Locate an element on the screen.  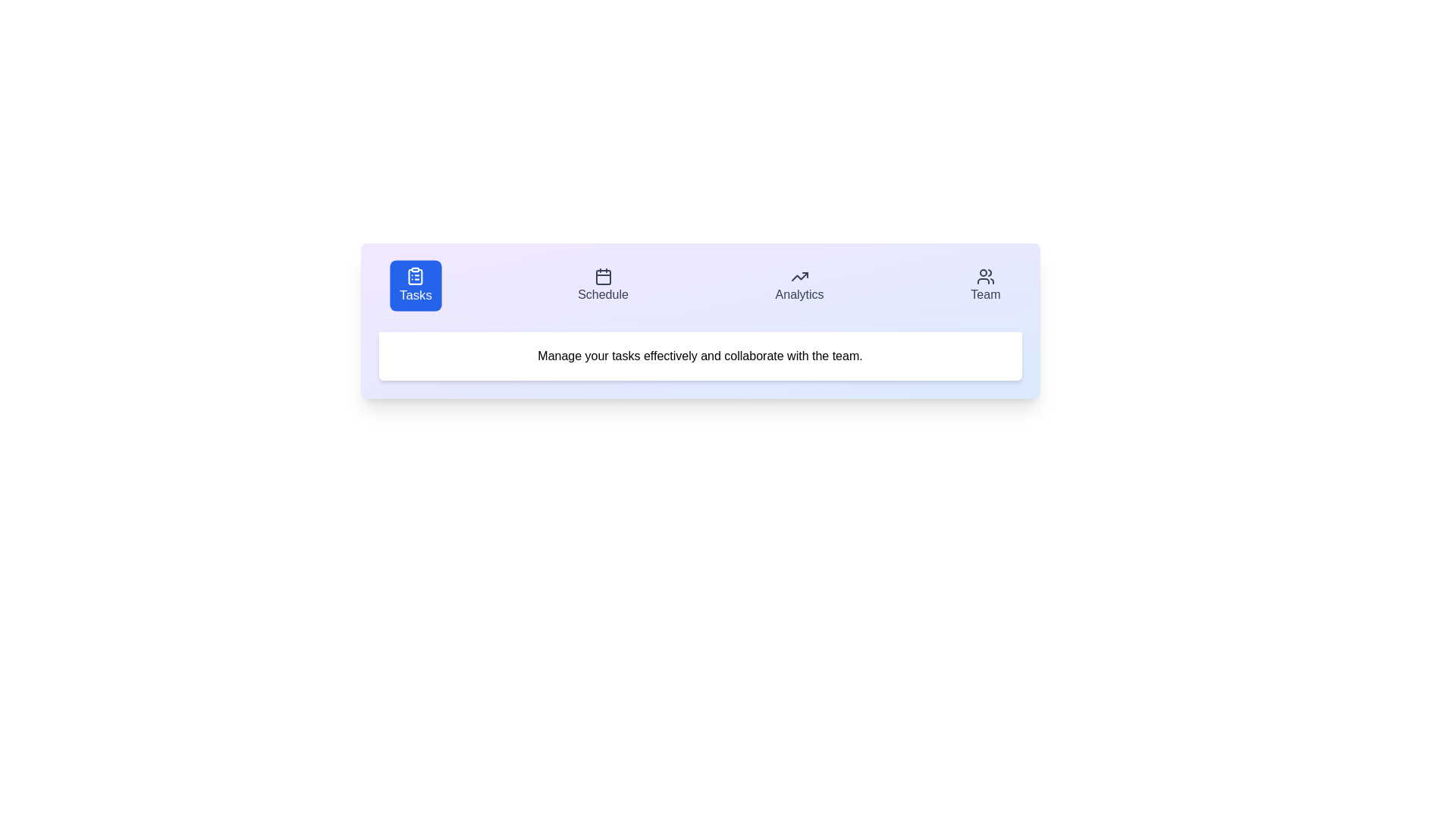
the Tasks tab by clicking on its respective button is located at coordinates (415, 286).